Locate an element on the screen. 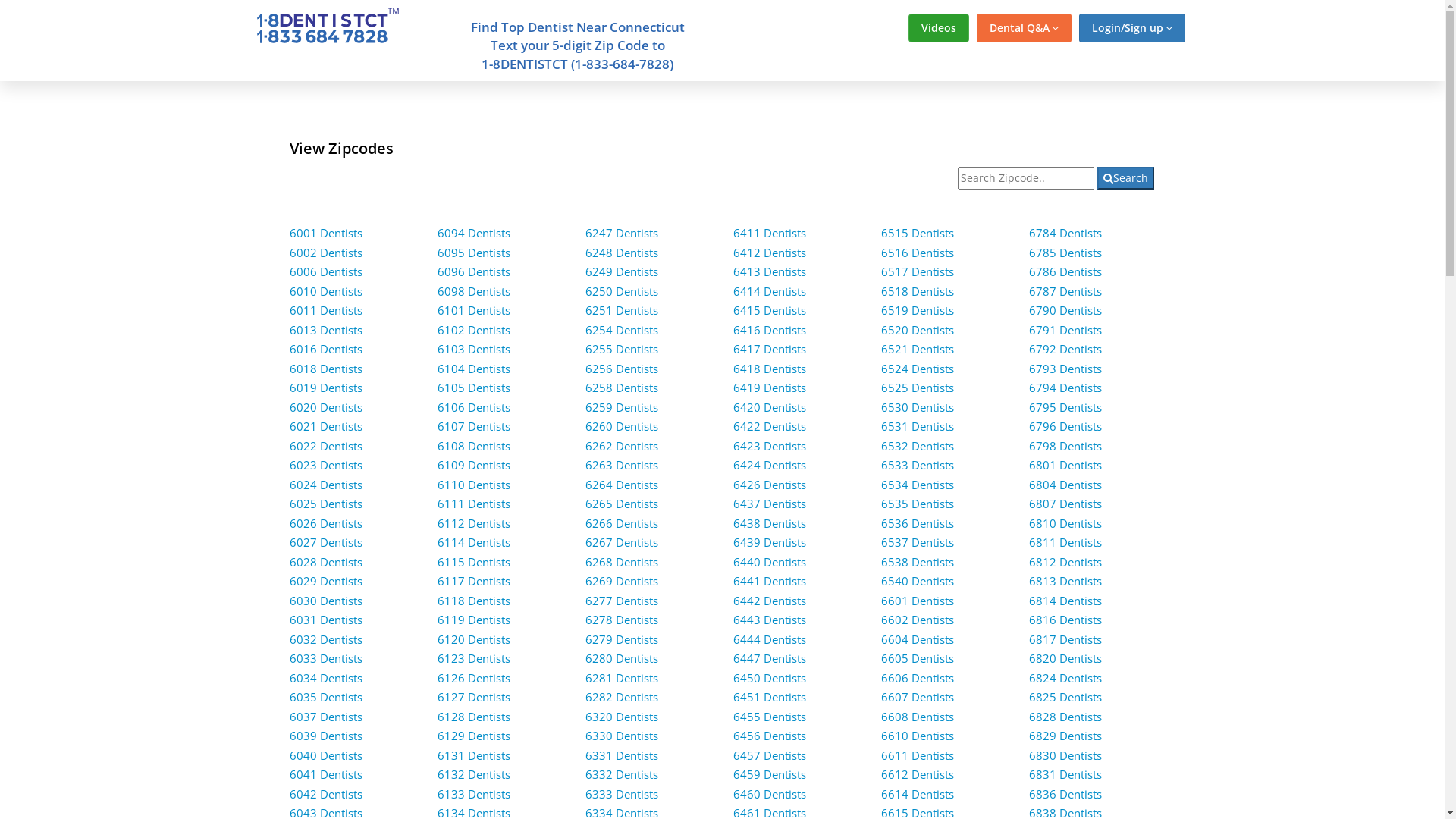 The height and width of the screenshot is (819, 1456). '6277 Dentists' is located at coordinates (622, 599).